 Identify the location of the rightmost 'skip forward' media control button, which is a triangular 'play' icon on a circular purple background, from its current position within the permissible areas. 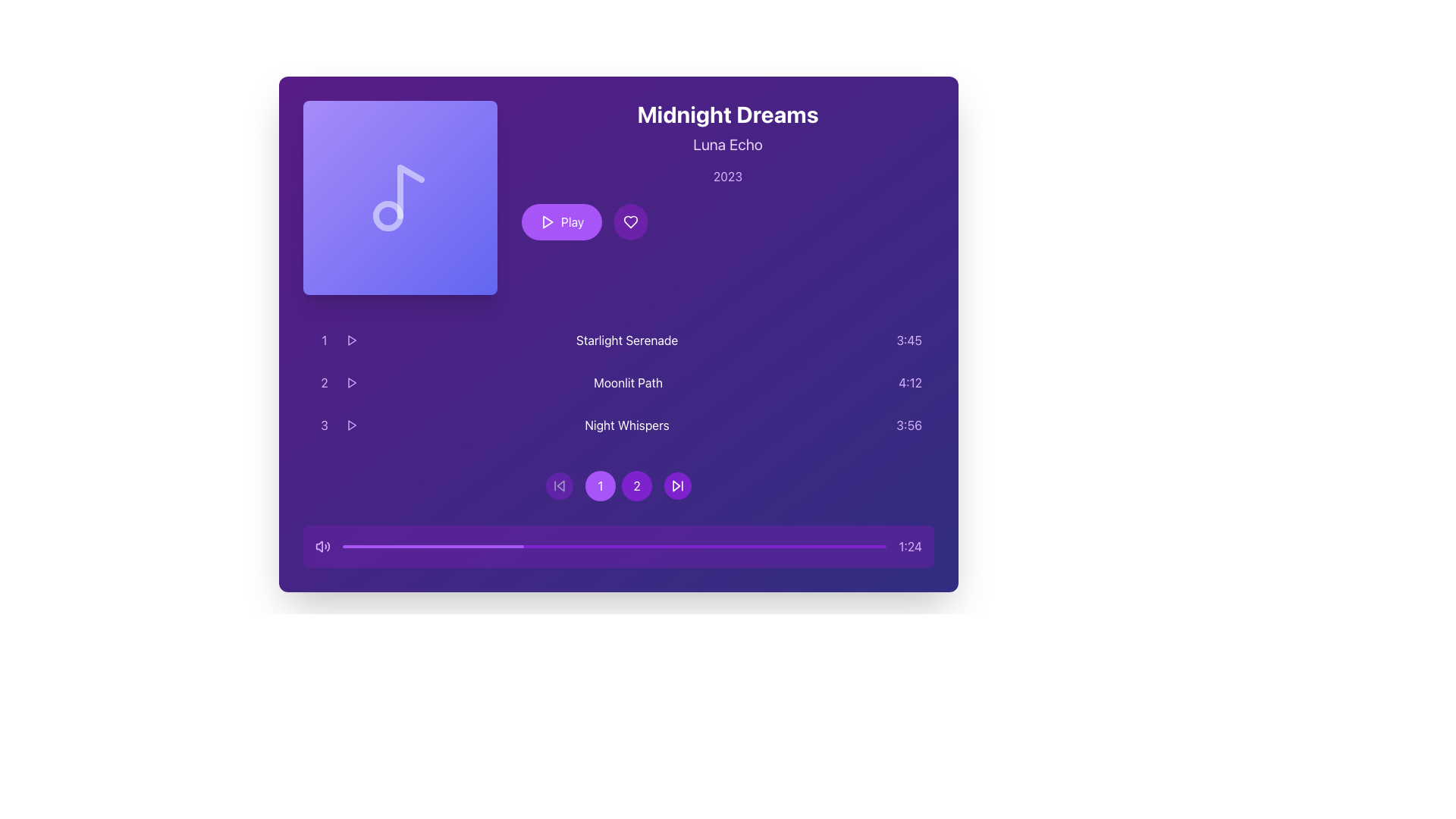
(676, 485).